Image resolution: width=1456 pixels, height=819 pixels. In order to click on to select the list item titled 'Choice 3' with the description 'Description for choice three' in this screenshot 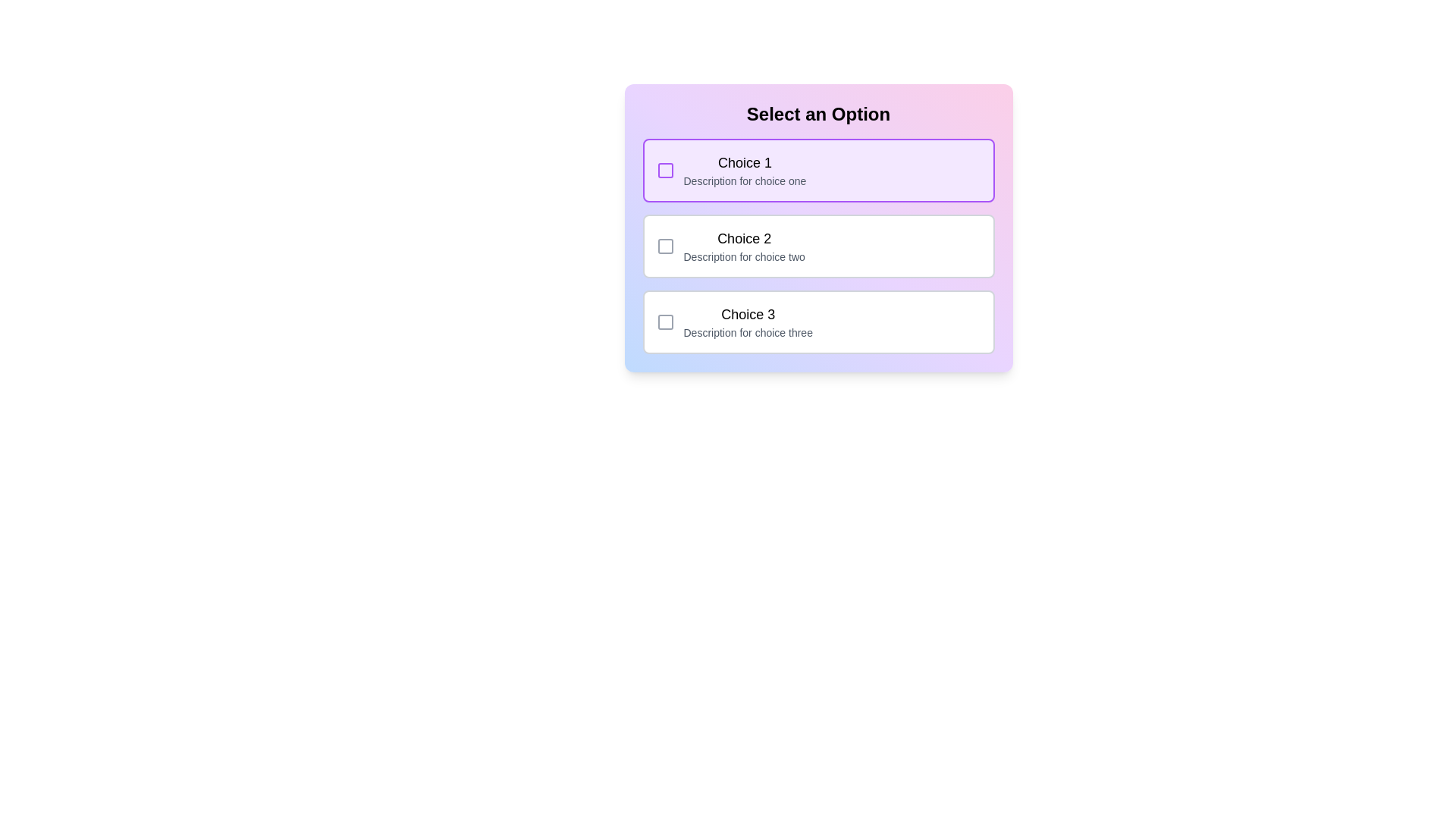, I will do `click(748, 321)`.